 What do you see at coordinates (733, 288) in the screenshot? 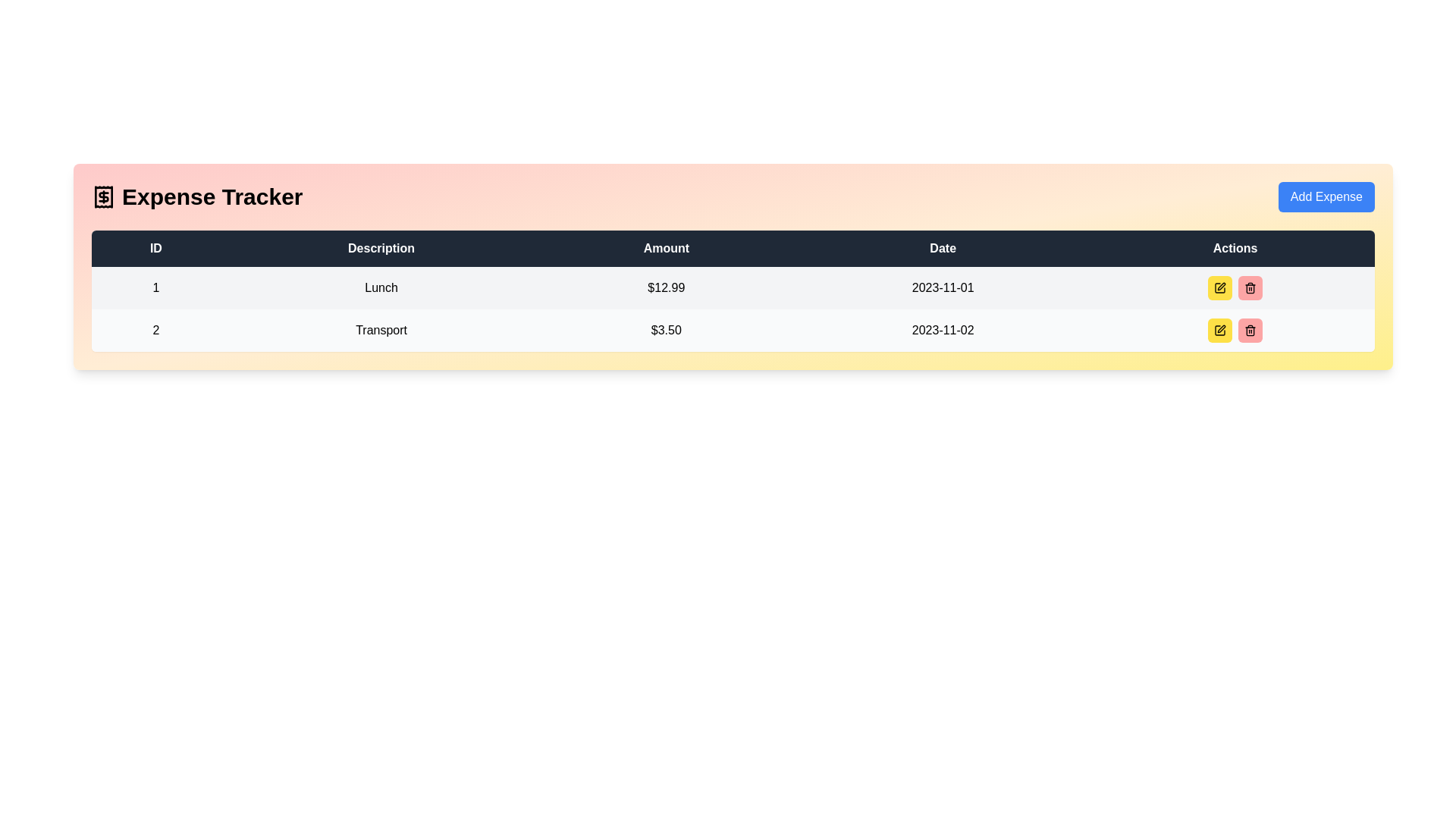
I see `the linked parts of the first row of the expense entry table, which displays details such as ID, description, amount spent, and date` at bounding box center [733, 288].